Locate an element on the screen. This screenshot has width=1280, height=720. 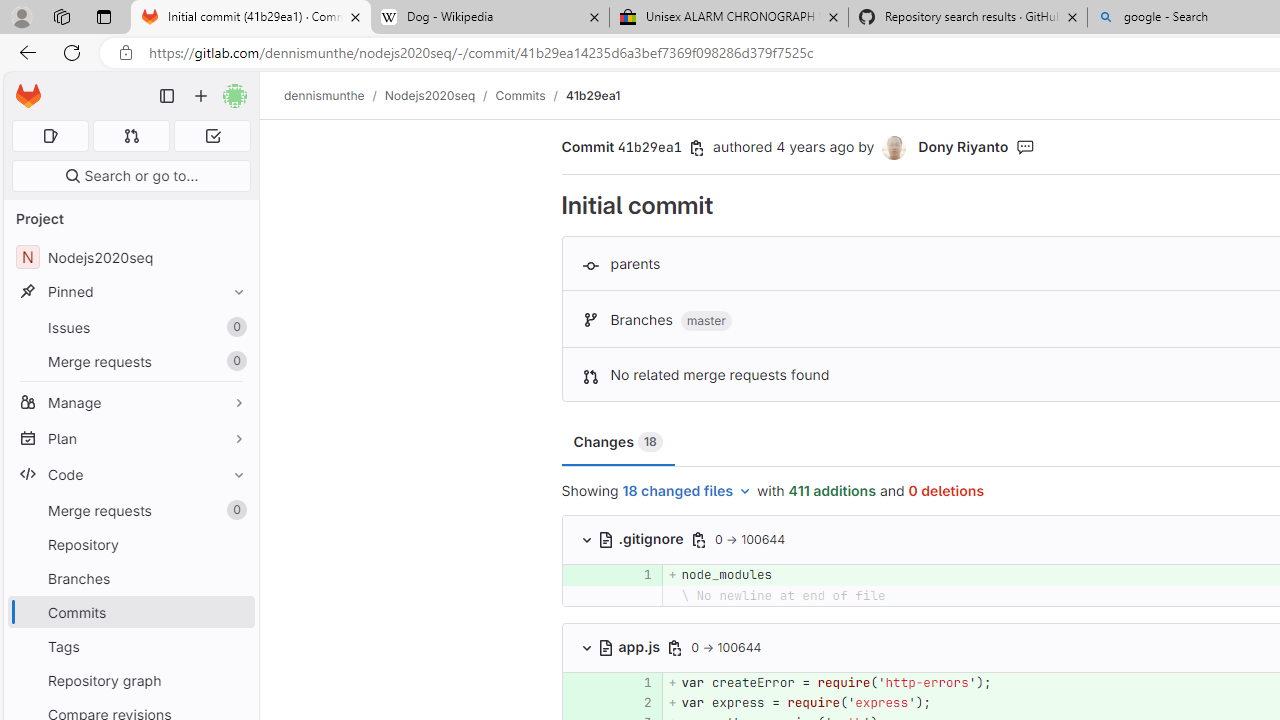
'dennismunthe' is located at coordinates (324, 95).